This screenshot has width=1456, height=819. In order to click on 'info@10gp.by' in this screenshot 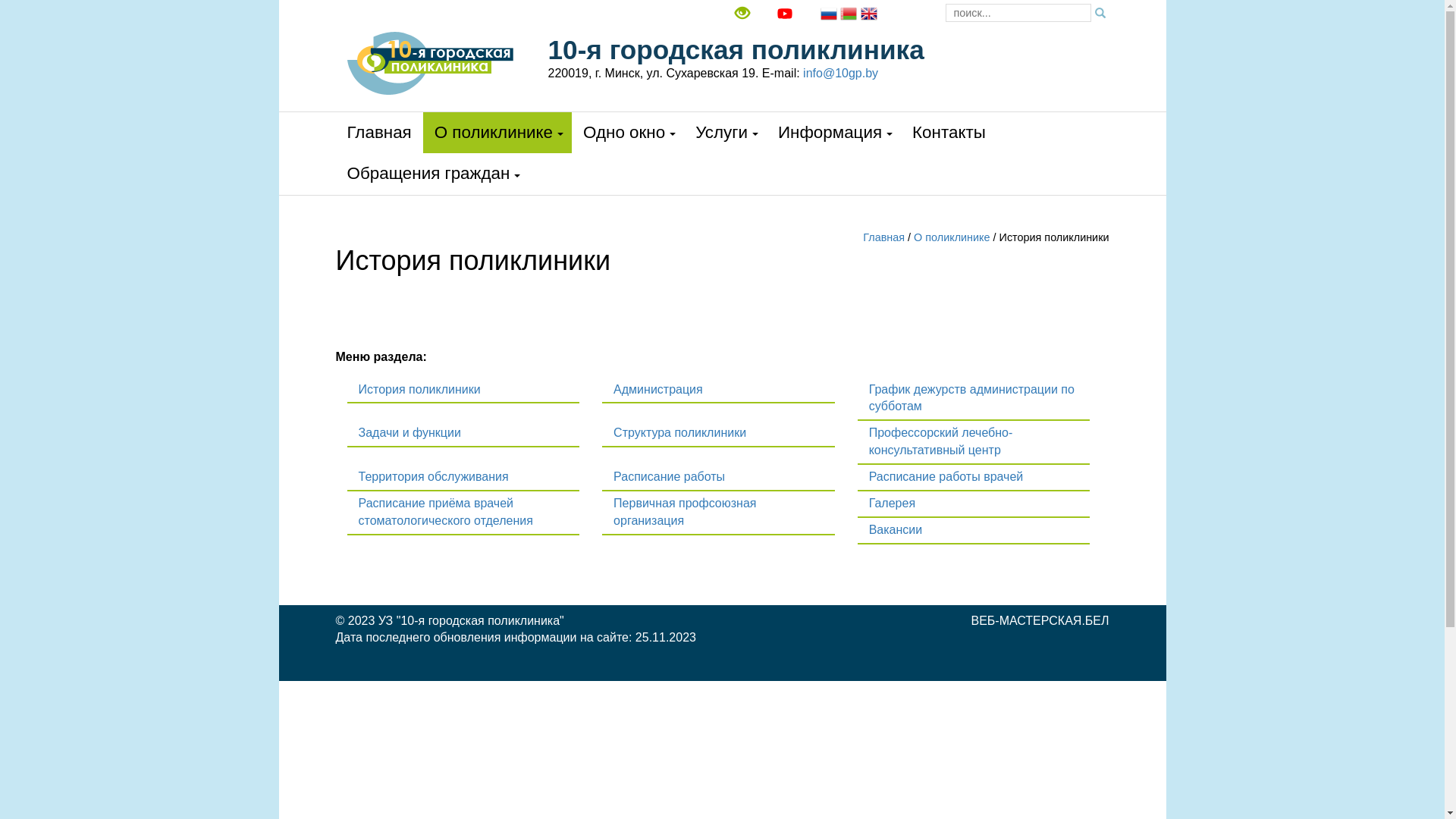, I will do `click(802, 73)`.